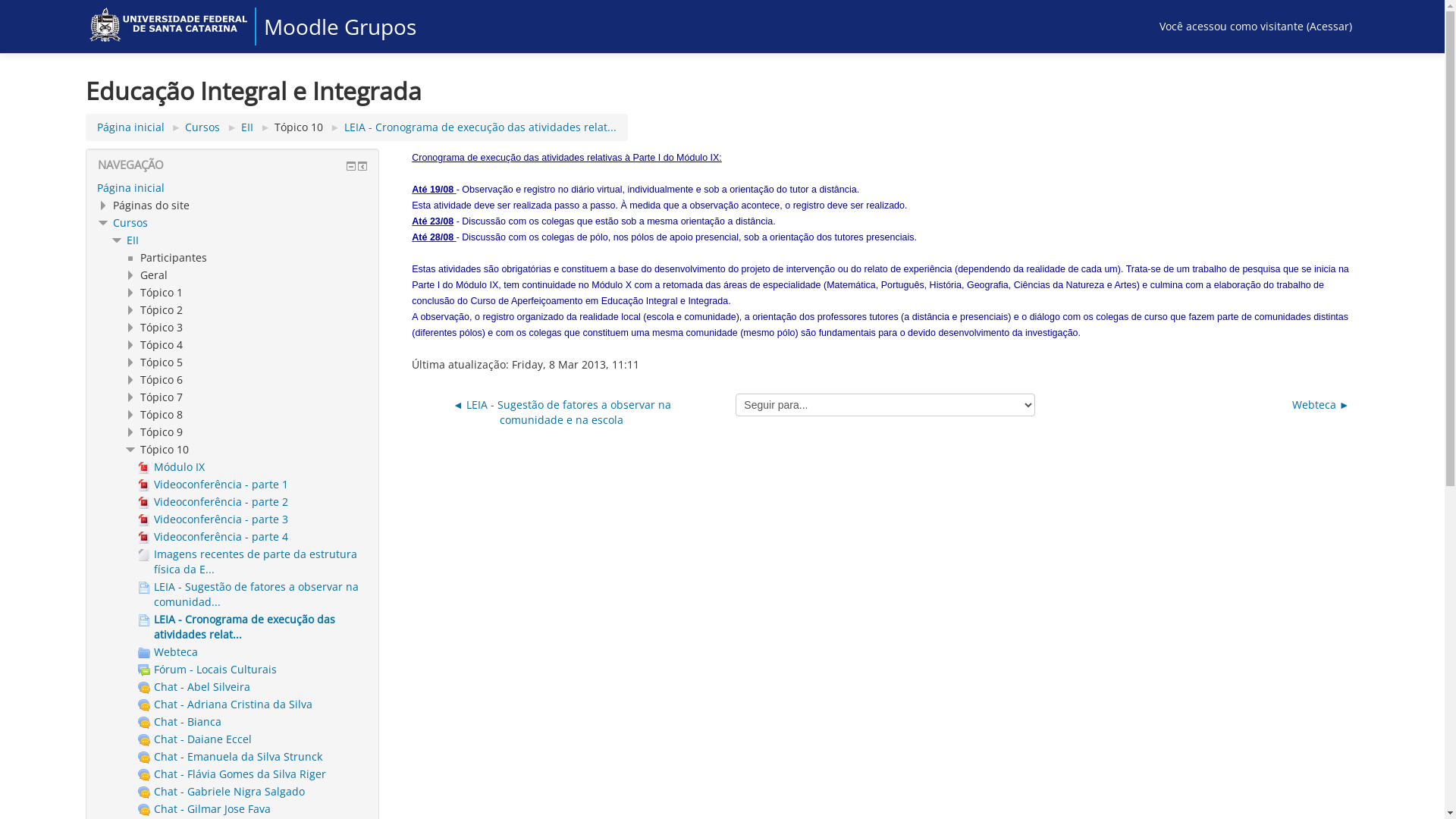 The height and width of the screenshot is (819, 1456). Describe the element at coordinates (203, 808) in the screenshot. I see `'Chat - Gilmar Jose Fava'` at that location.